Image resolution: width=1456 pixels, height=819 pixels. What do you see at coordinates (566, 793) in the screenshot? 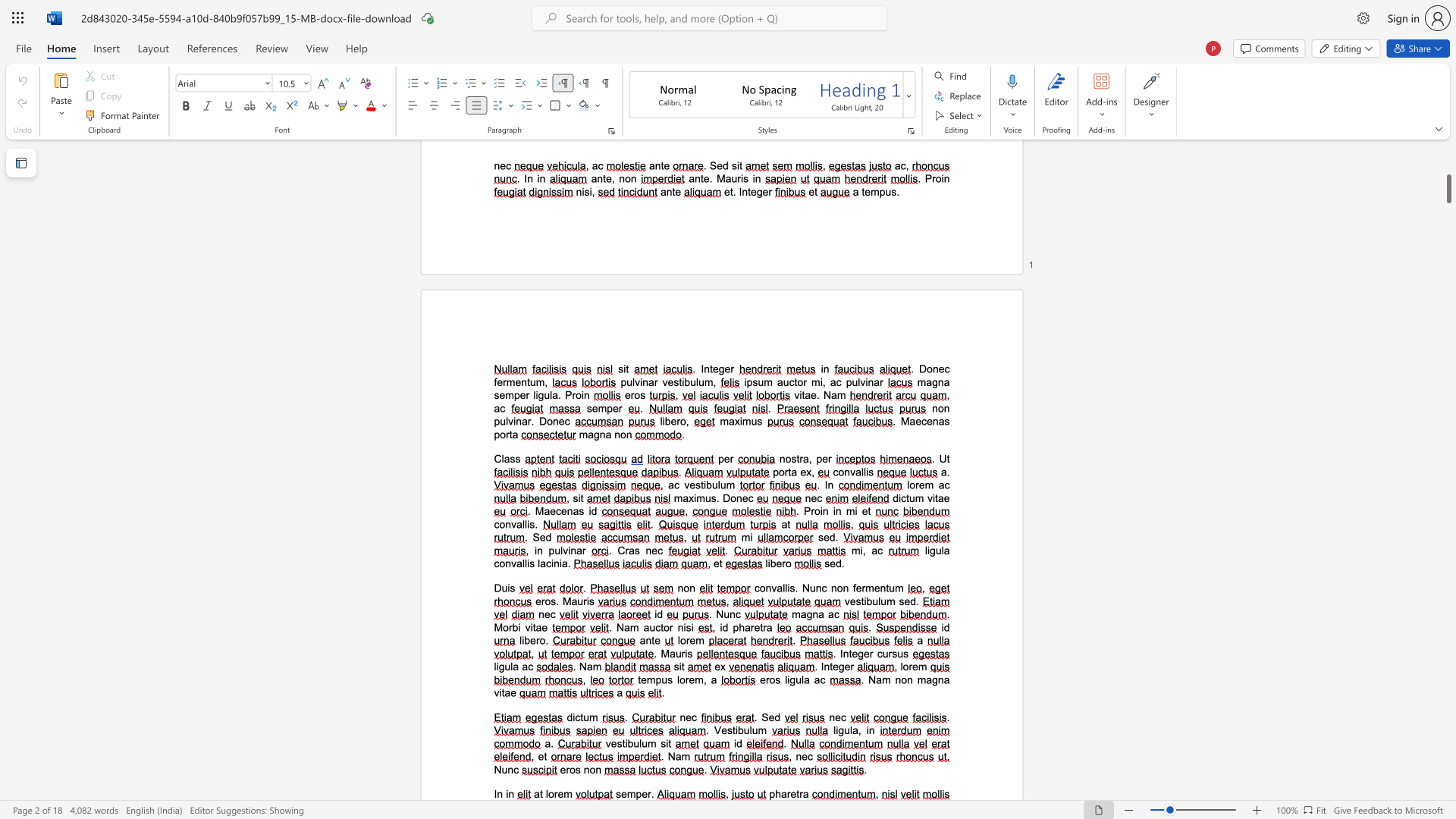
I see `the 1th character "m" in the text` at bounding box center [566, 793].